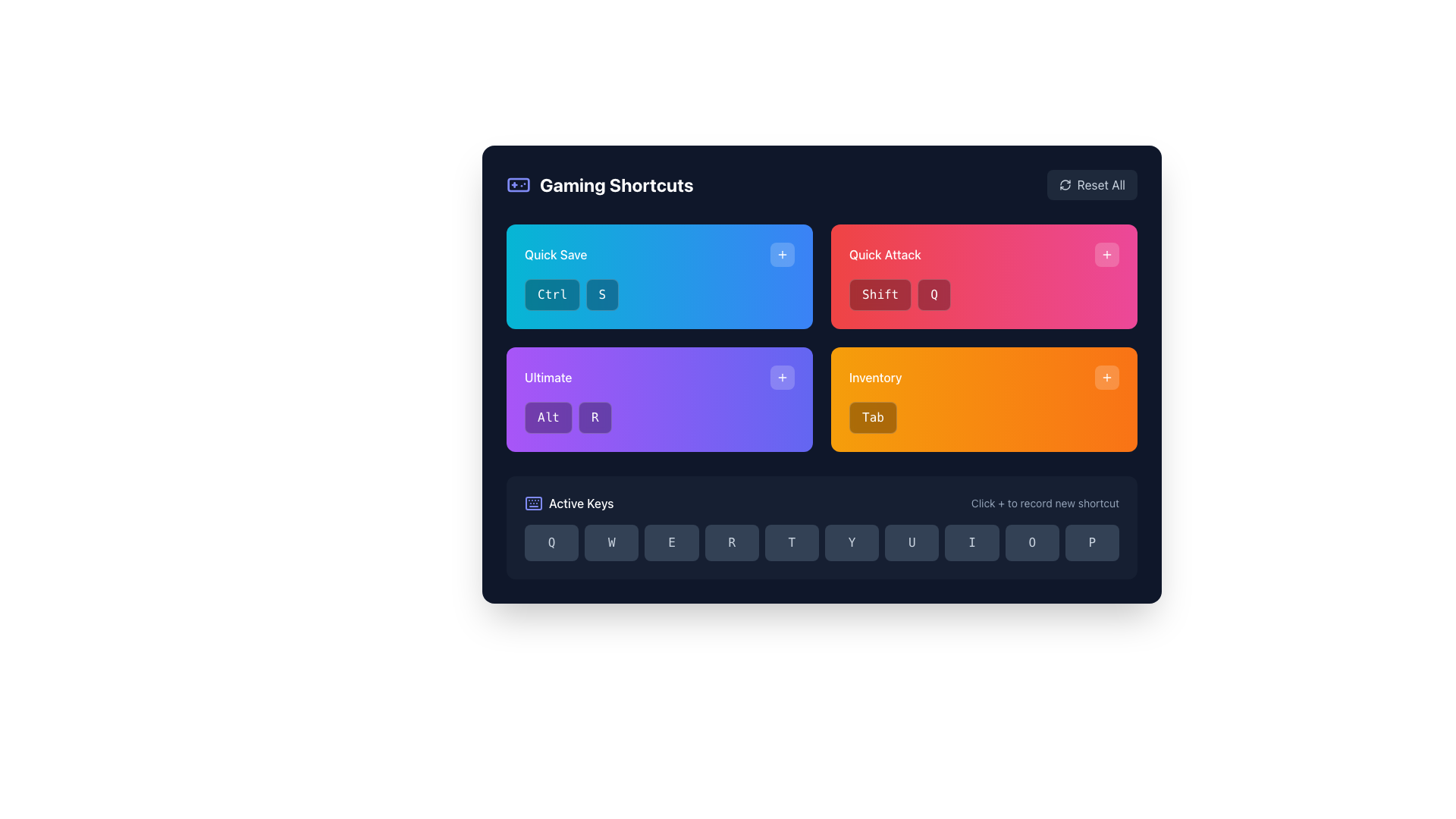  Describe the element at coordinates (1106, 376) in the screenshot. I see `the rounded rectangular button with a transparent white background and a white plus icon, located in the top-right corner of the 'Inventory' orange box` at that location.